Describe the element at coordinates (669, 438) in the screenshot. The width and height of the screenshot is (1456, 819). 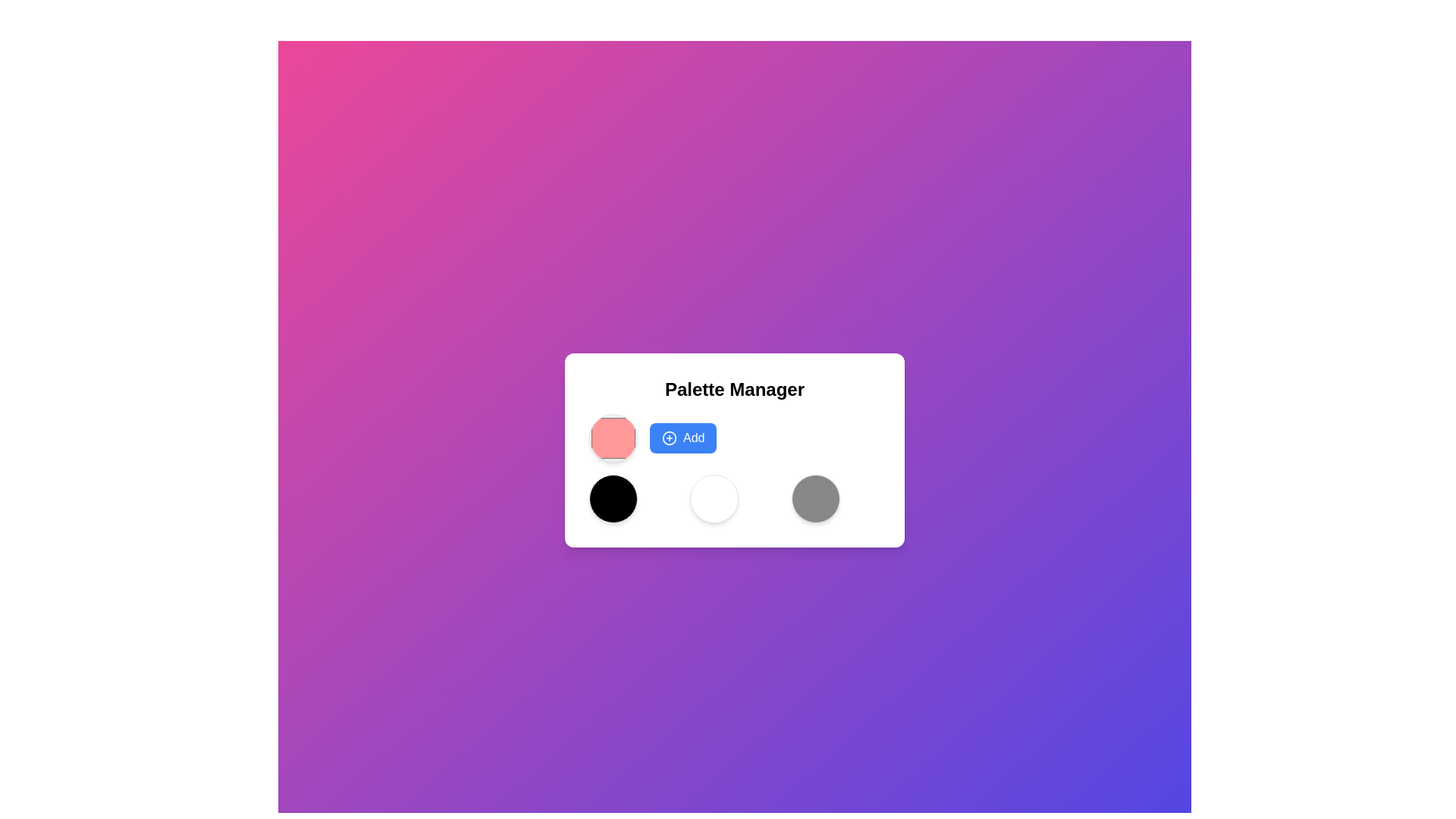
I see `the Circle component of the 'Add' icon, which is part of the SVG representation located to the right of the palette color block and to the left of the 'Add' button within the modal` at that location.